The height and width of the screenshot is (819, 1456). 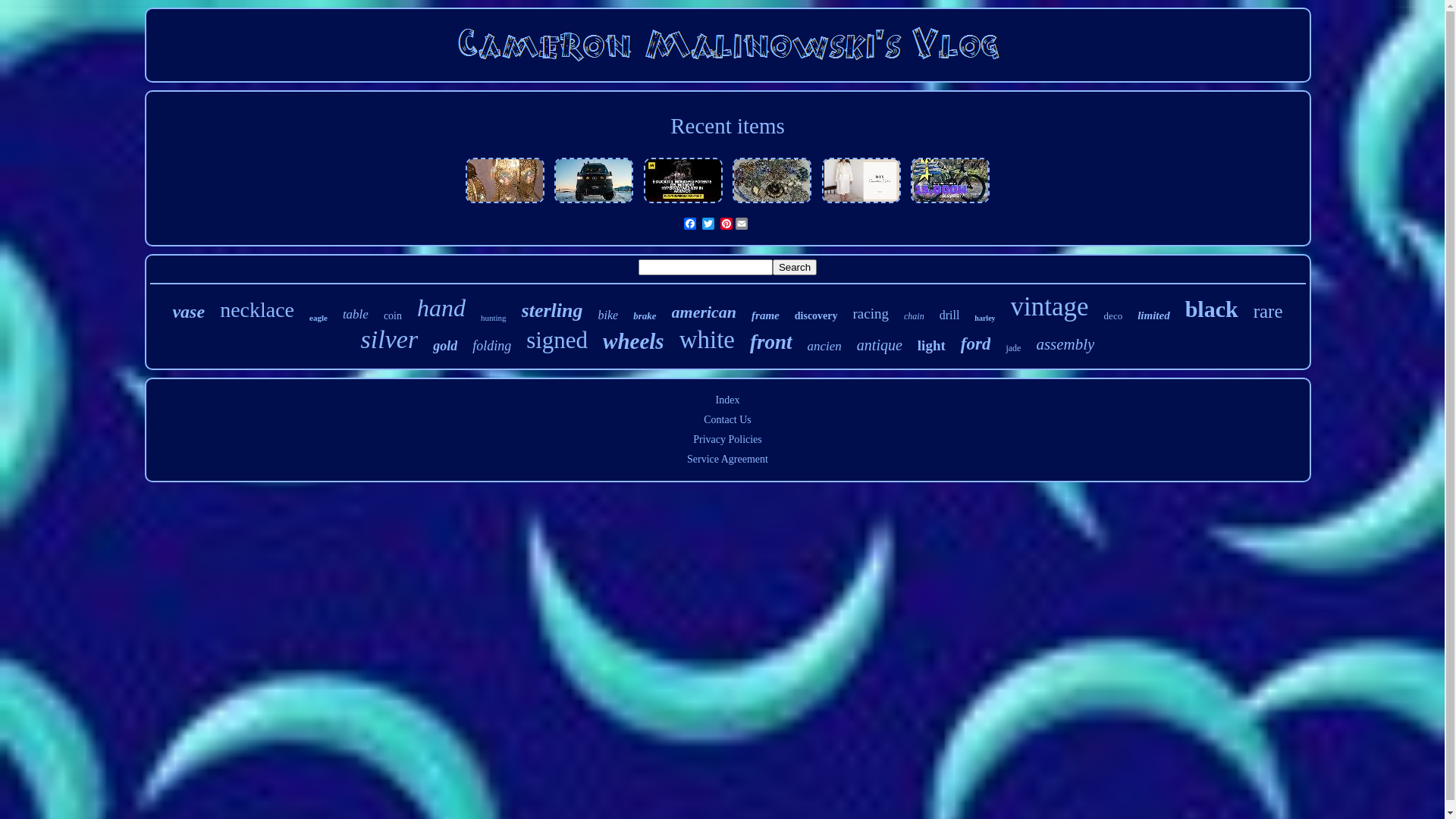 What do you see at coordinates (393, 315) in the screenshot?
I see `'coin'` at bounding box center [393, 315].